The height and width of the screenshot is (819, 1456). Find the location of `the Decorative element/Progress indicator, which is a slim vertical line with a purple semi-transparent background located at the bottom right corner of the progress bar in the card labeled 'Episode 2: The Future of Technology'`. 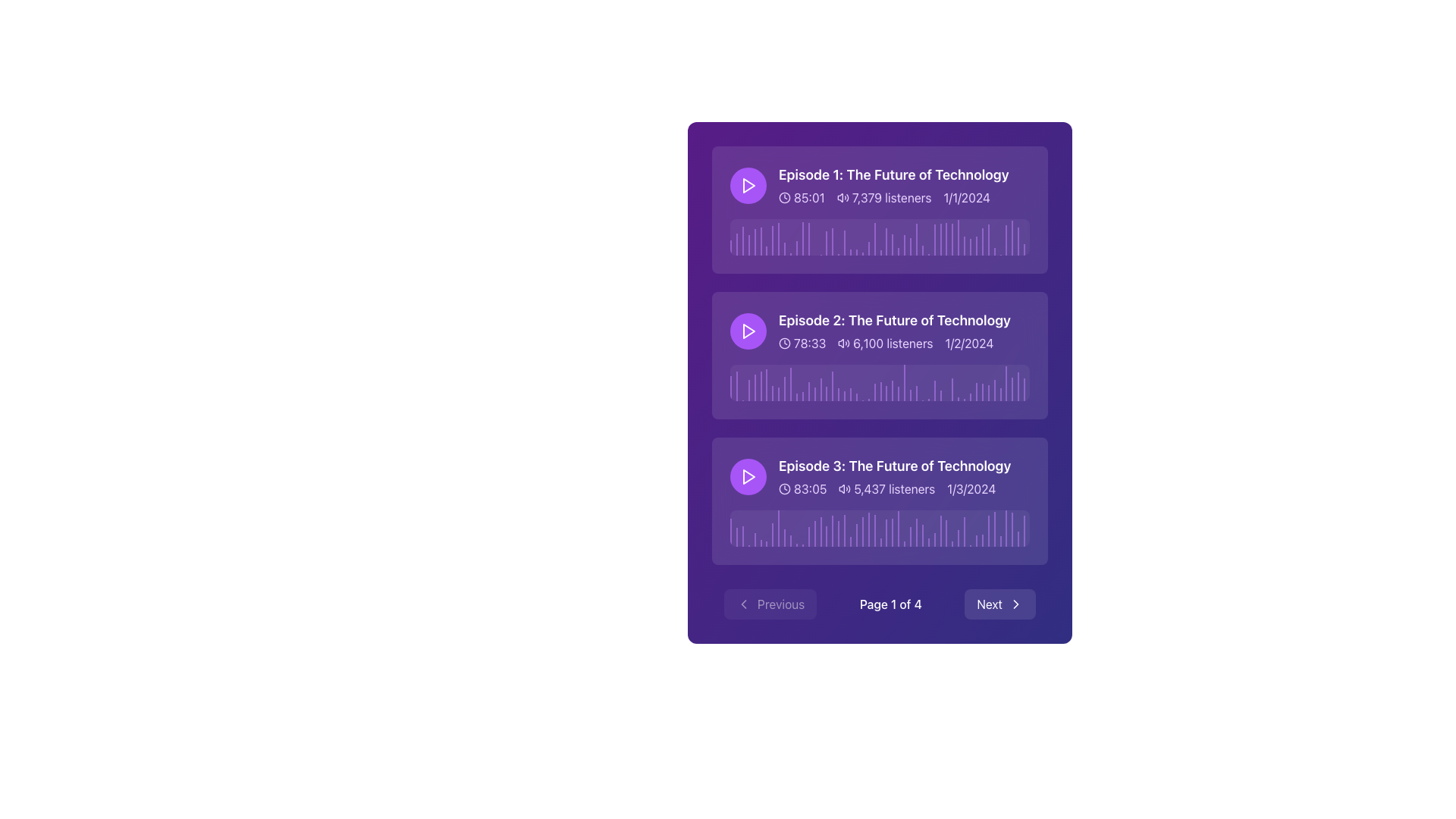

the Decorative element/Progress indicator, which is a slim vertical line with a purple semi-transparent background located at the bottom right corner of the progress bar in the card labeled 'Episode 2: The Future of Technology' is located at coordinates (1025, 389).